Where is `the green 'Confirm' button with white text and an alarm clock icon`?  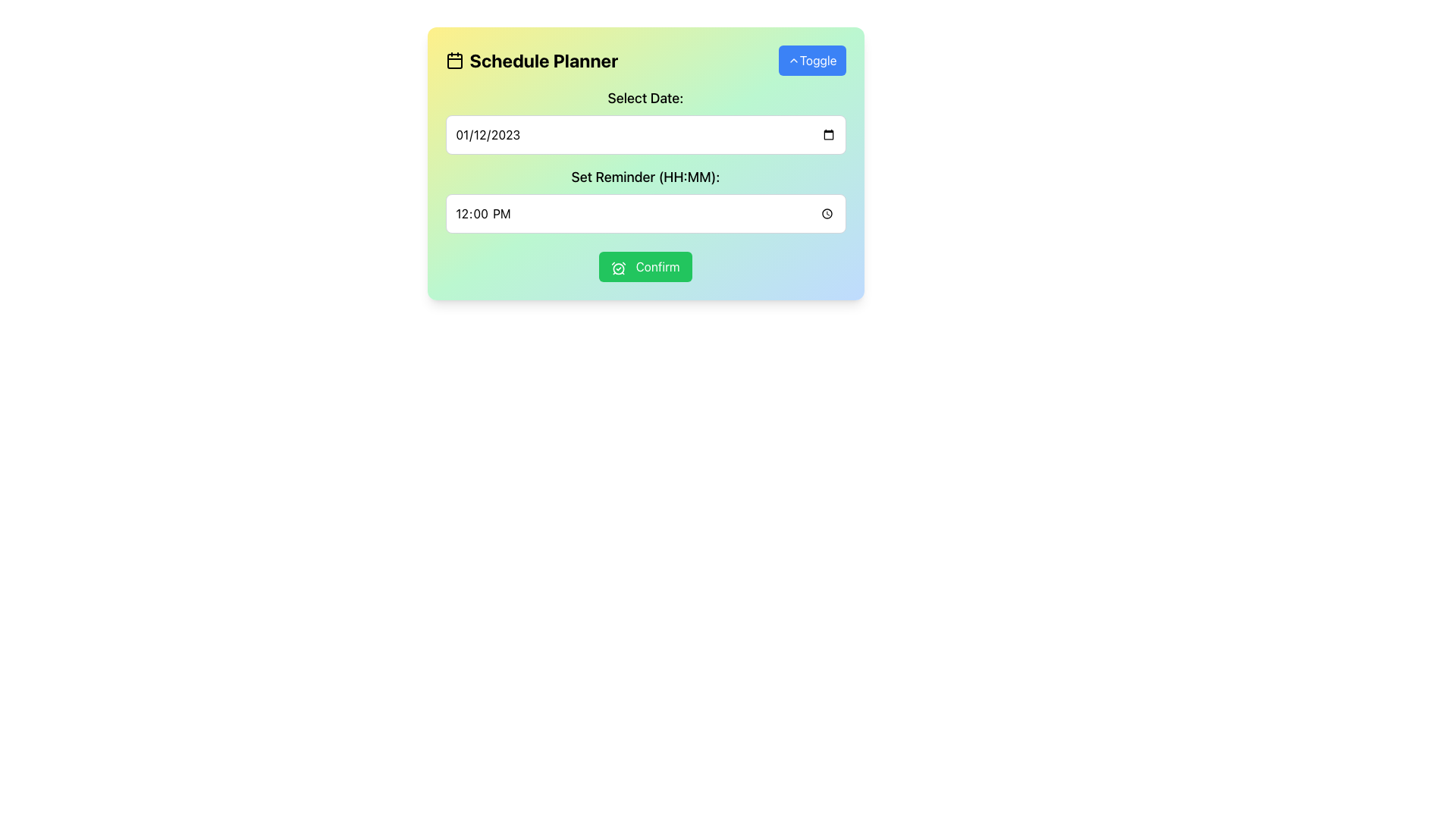
the green 'Confirm' button with white text and an alarm clock icon is located at coordinates (645, 265).